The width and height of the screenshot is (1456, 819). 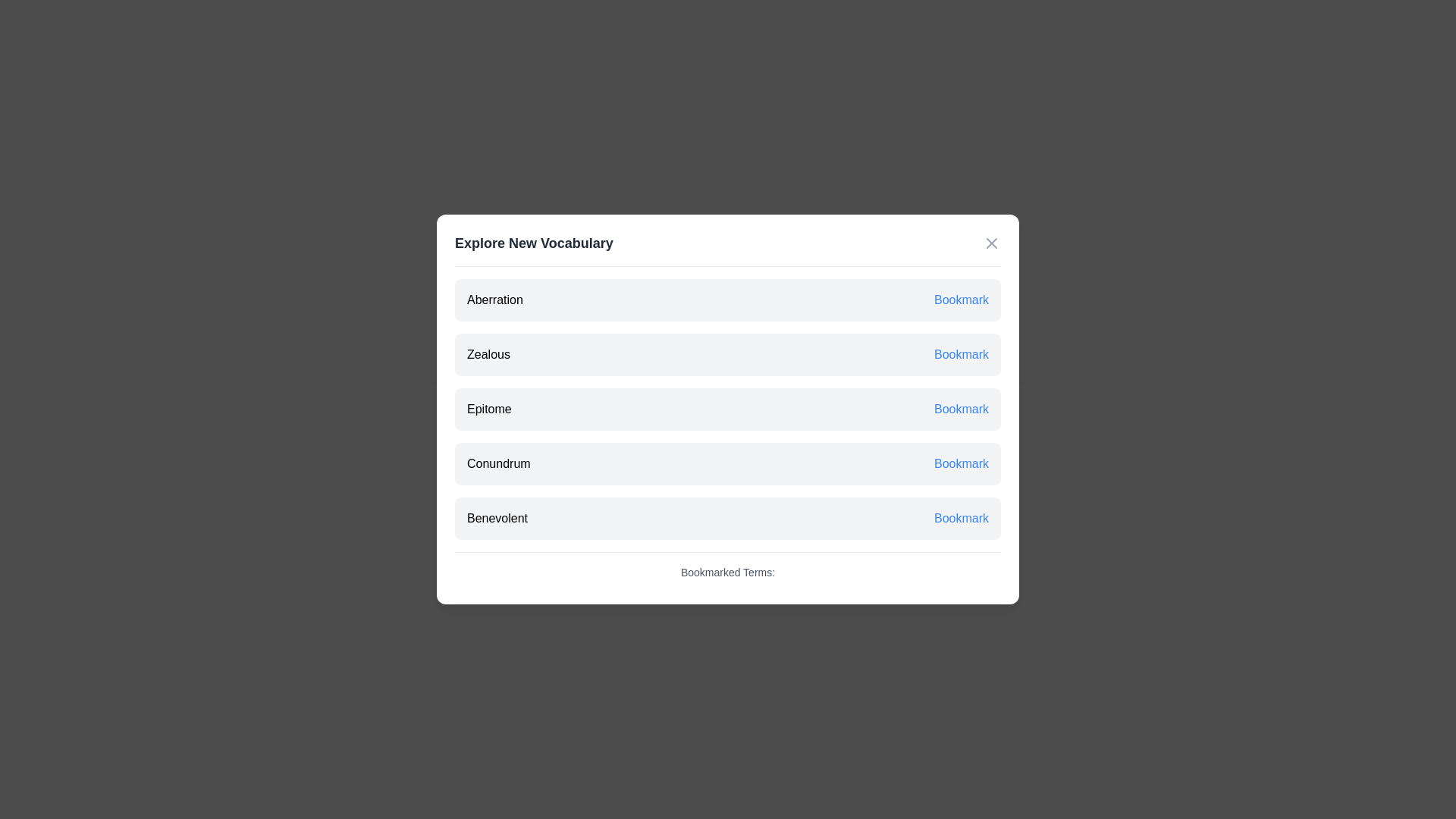 I want to click on the 'Bookmark' button for the term Conundrum, so click(x=960, y=463).